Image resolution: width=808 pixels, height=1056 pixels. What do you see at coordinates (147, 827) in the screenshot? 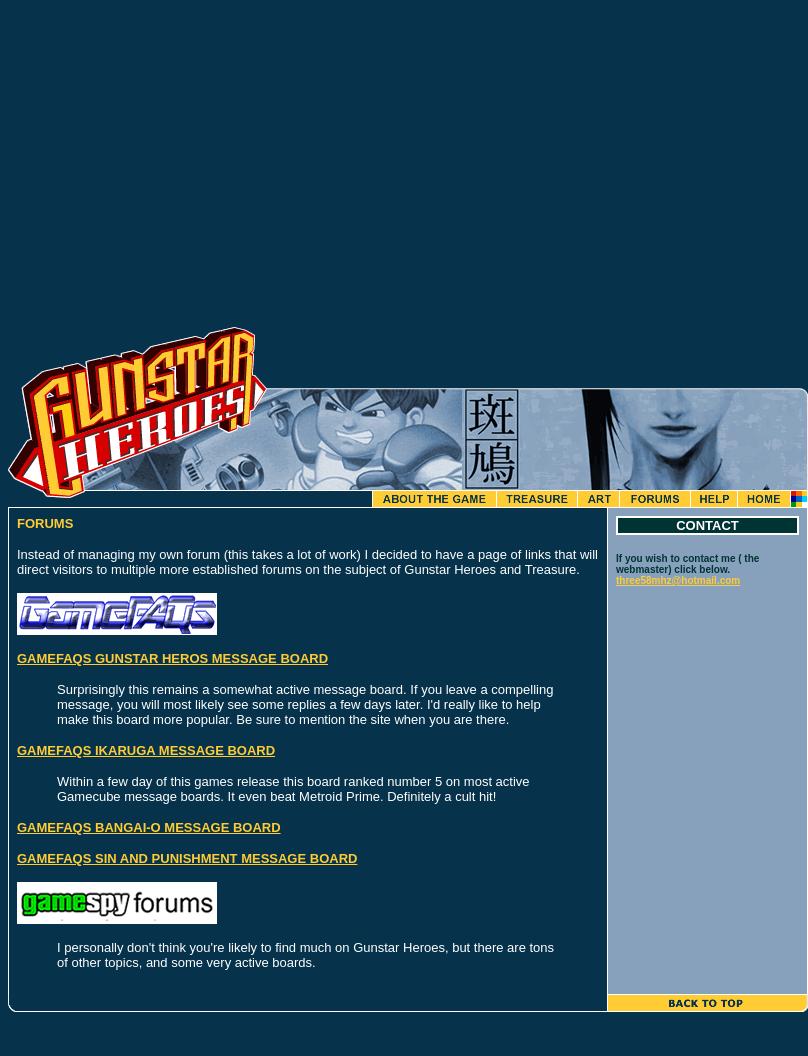
I see `'GAMEFAQS 
                    BANGAI-O MESSAGE BOARD'` at bounding box center [147, 827].